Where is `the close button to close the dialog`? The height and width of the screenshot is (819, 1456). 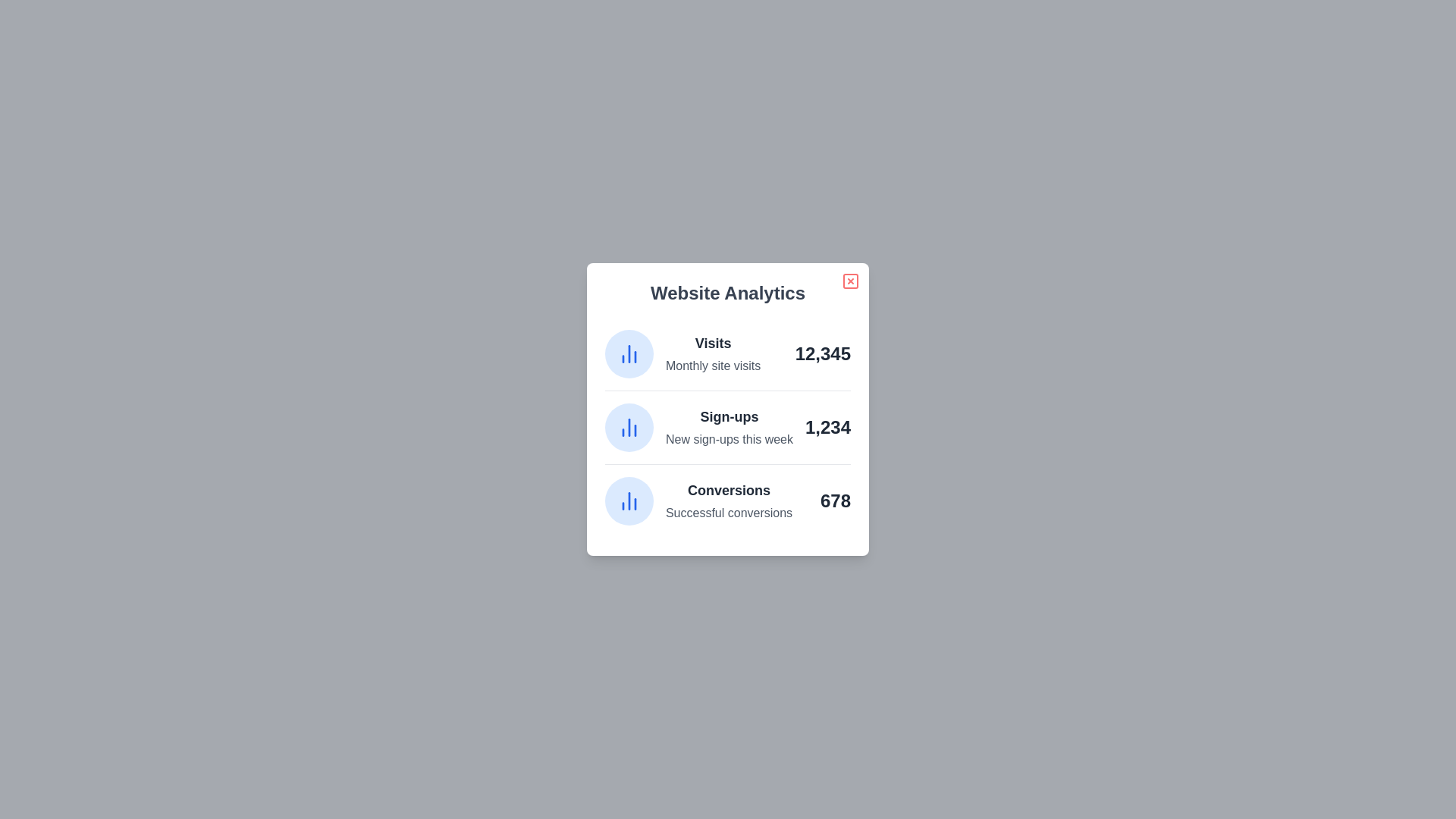 the close button to close the dialog is located at coordinates (851, 281).